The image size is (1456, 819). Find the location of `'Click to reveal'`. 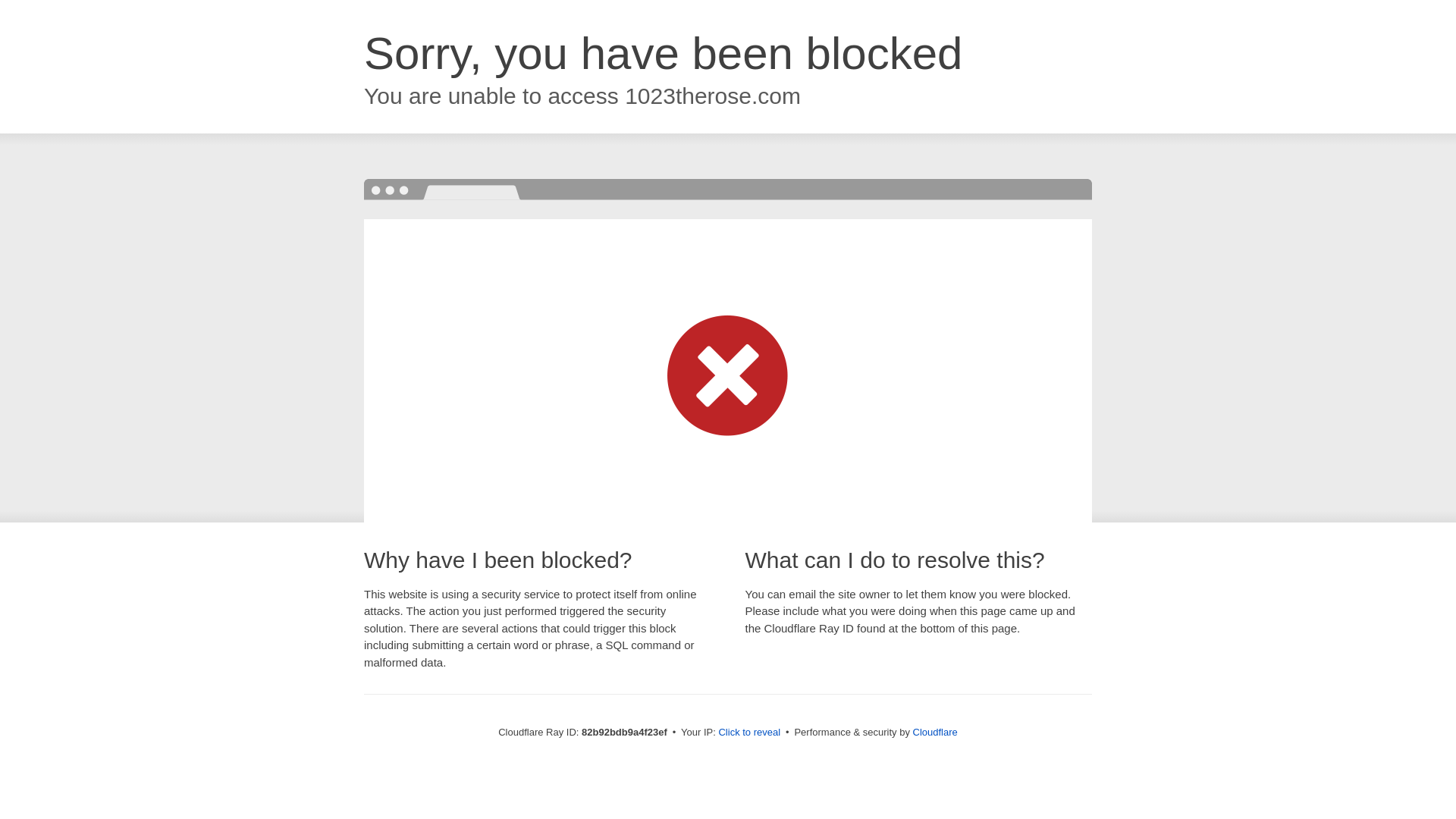

'Click to reveal' is located at coordinates (717, 731).